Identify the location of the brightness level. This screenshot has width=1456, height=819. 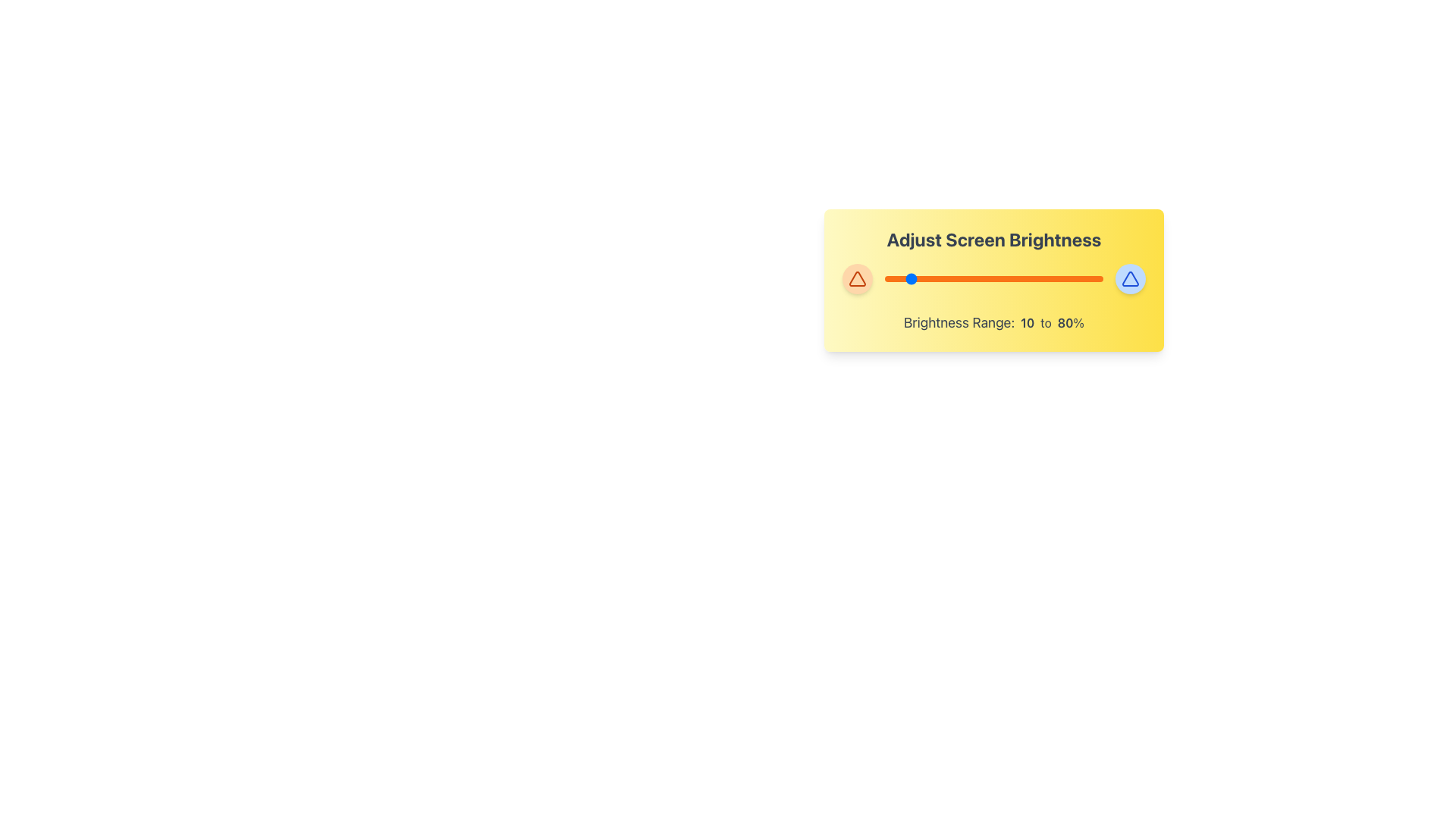
(1015, 278).